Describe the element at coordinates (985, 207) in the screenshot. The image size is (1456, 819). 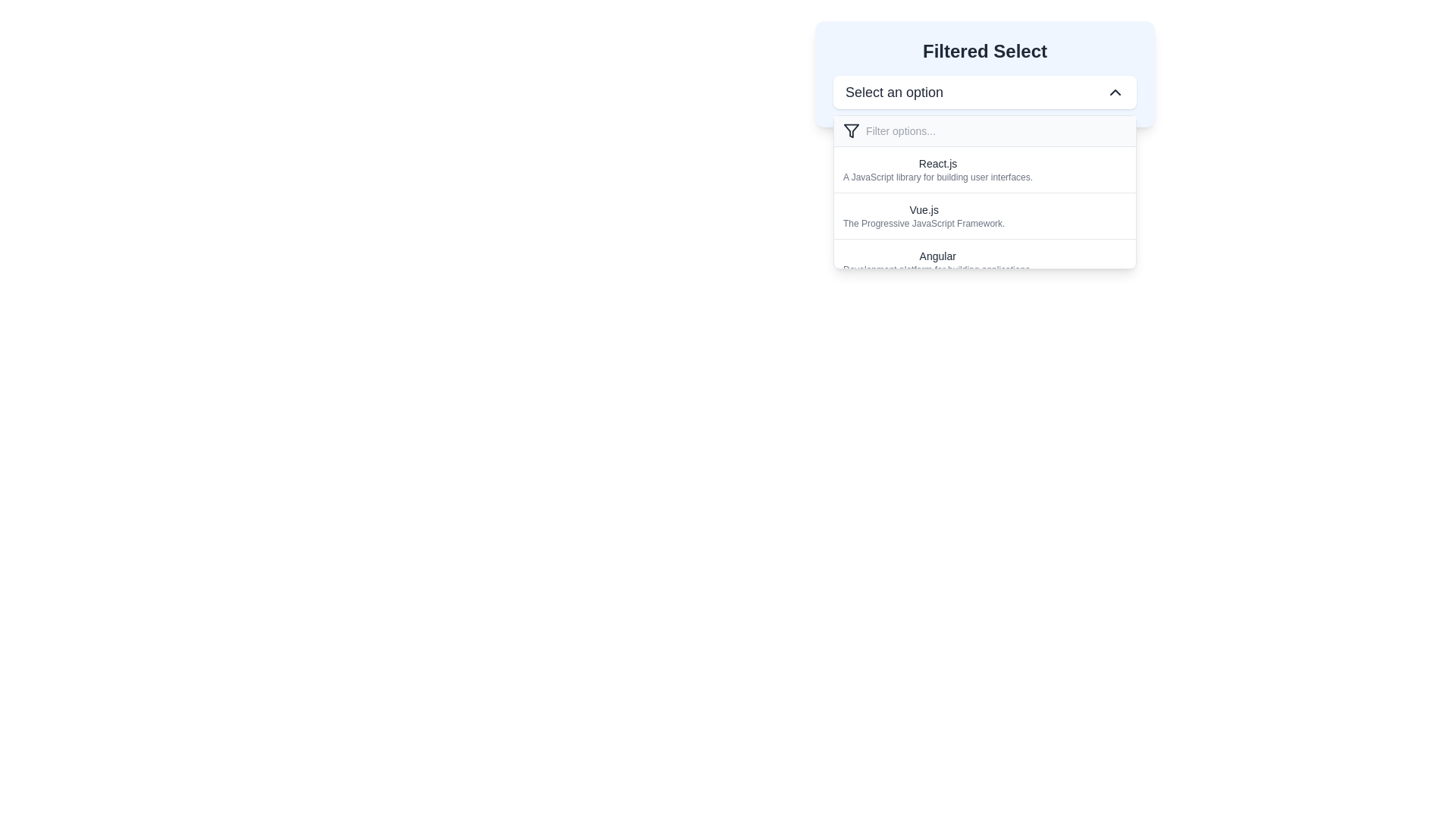
I see `the second dropdown list item labeled 'Vue.js'` at that location.